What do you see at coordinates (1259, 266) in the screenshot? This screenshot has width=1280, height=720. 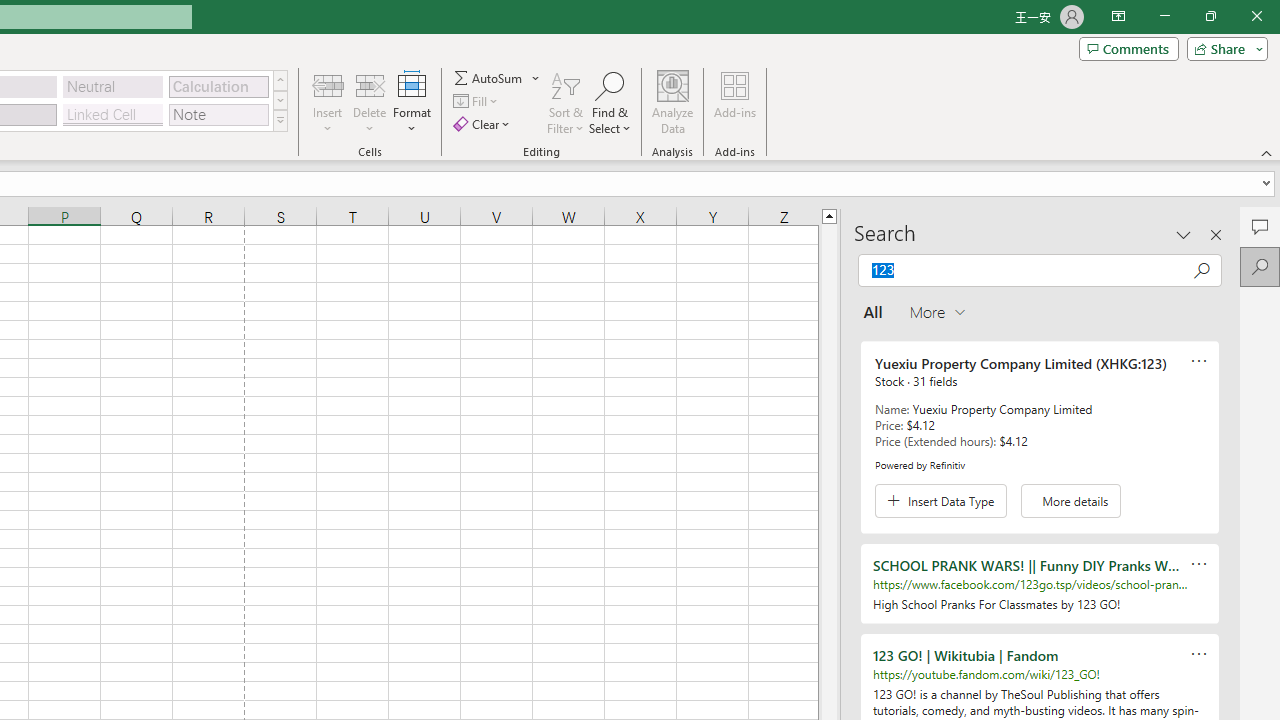 I see `'Search'` at bounding box center [1259, 266].